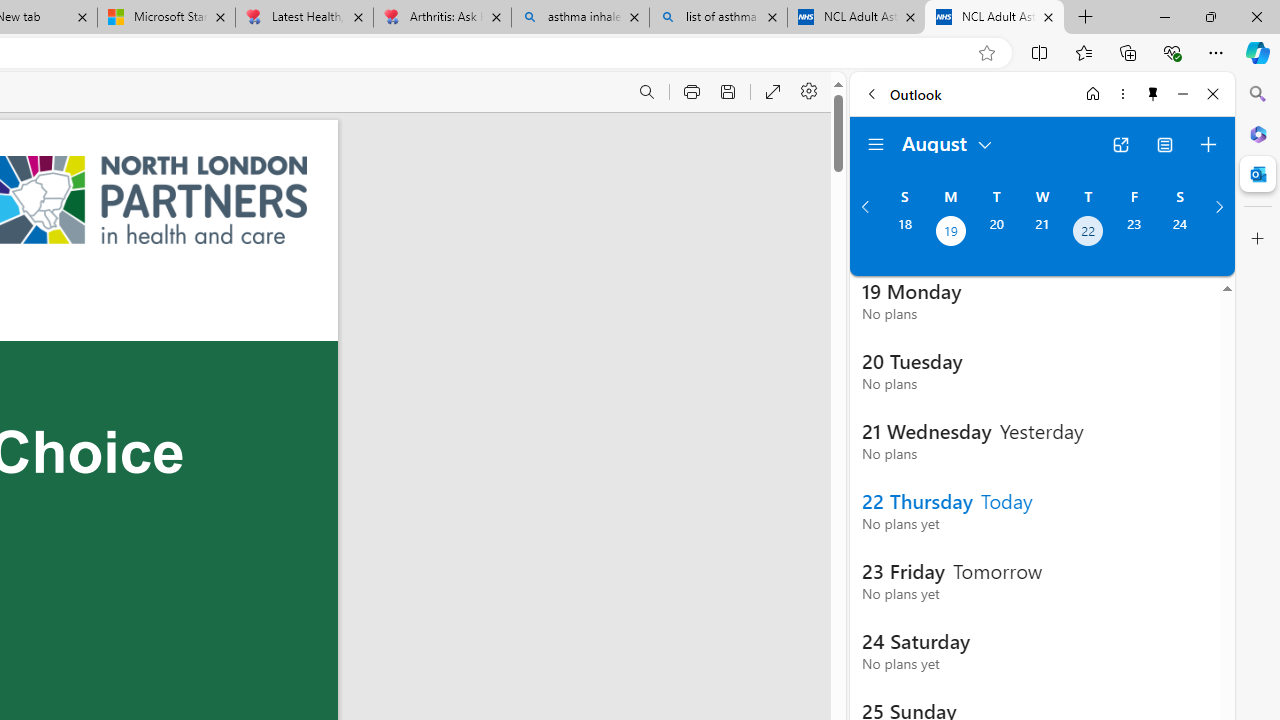  What do you see at coordinates (441, 17) in the screenshot?
I see `'Arthritis: Ask Health Professionals'` at bounding box center [441, 17].